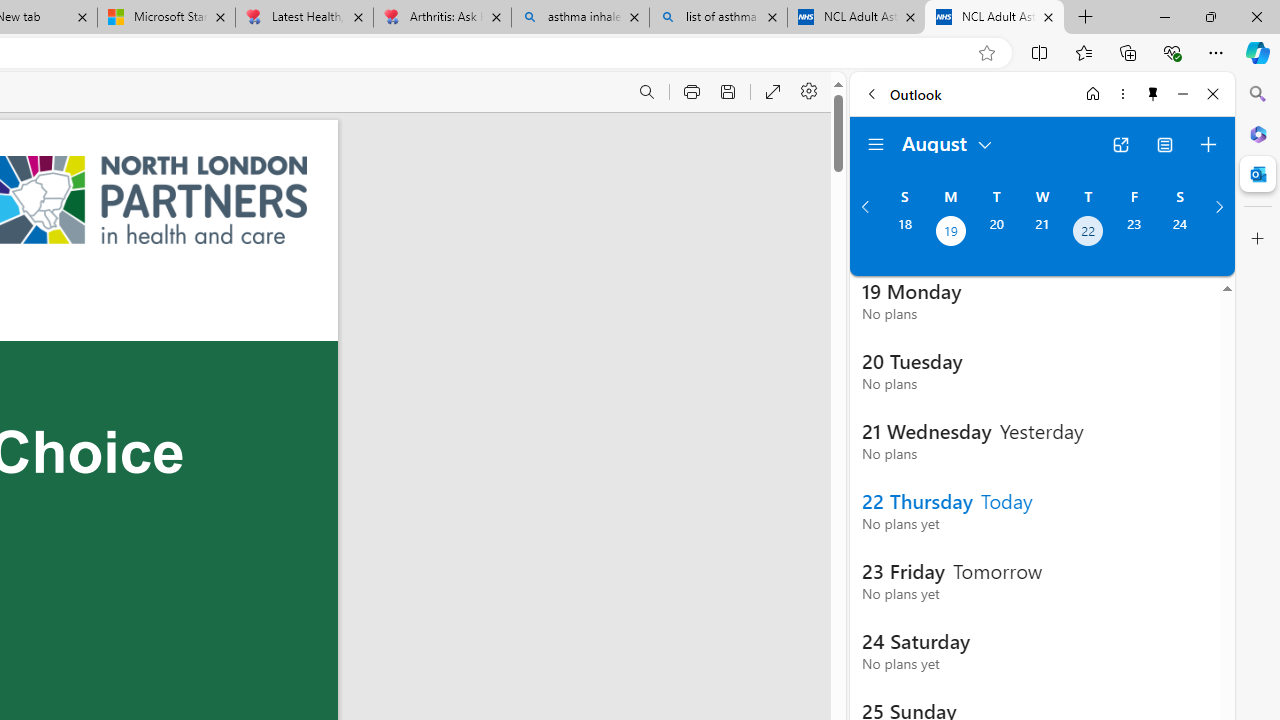  What do you see at coordinates (441, 17) in the screenshot?
I see `'Arthritis: Ask Health Professionals'` at bounding box center [441, 17].